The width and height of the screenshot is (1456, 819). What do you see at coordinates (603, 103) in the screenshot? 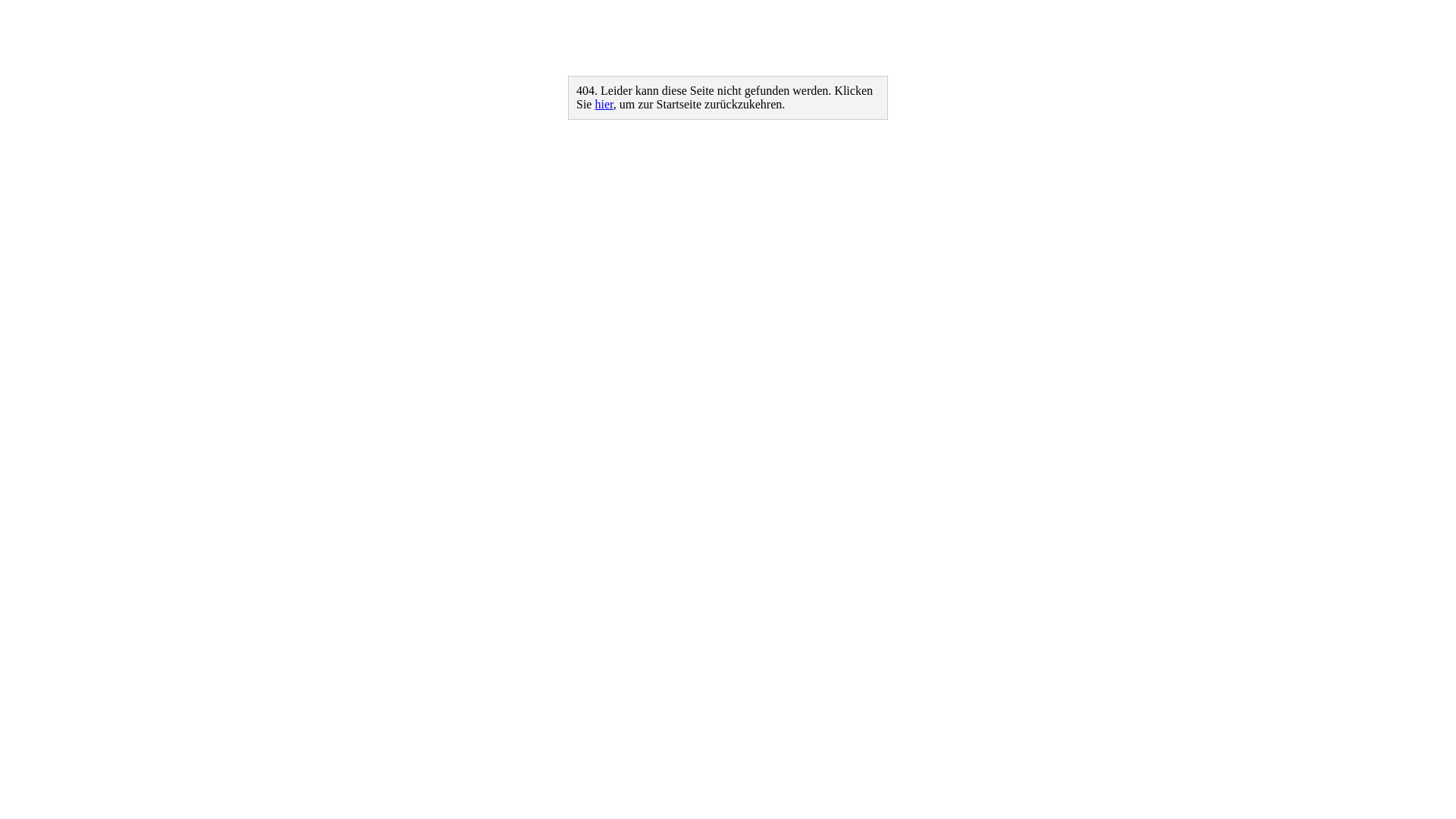
I see `'hier'` at bounding box center [603, 103].